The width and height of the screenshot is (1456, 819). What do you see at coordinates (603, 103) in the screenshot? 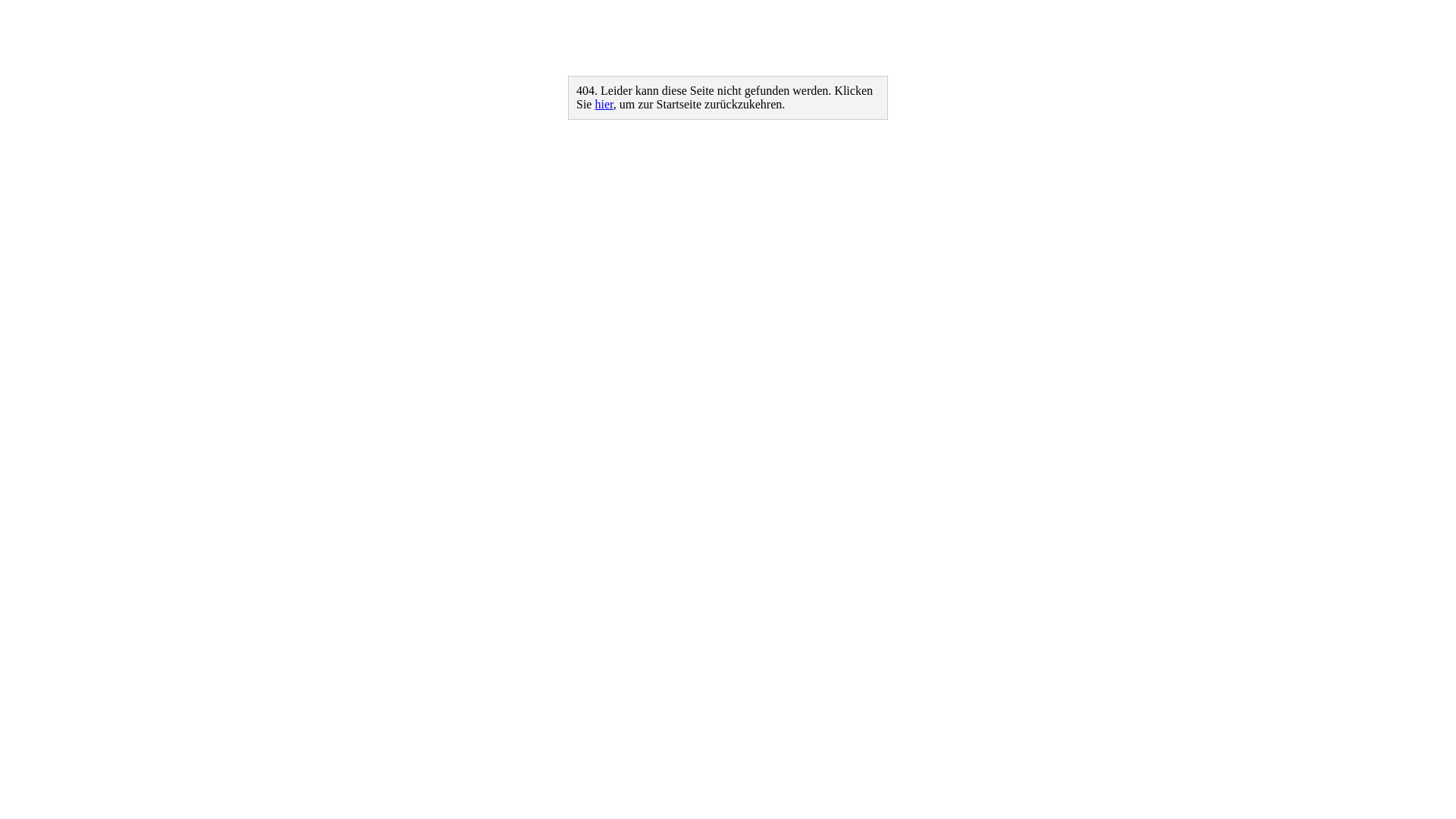
I see `'hier'` at bounding box center [603, 103].